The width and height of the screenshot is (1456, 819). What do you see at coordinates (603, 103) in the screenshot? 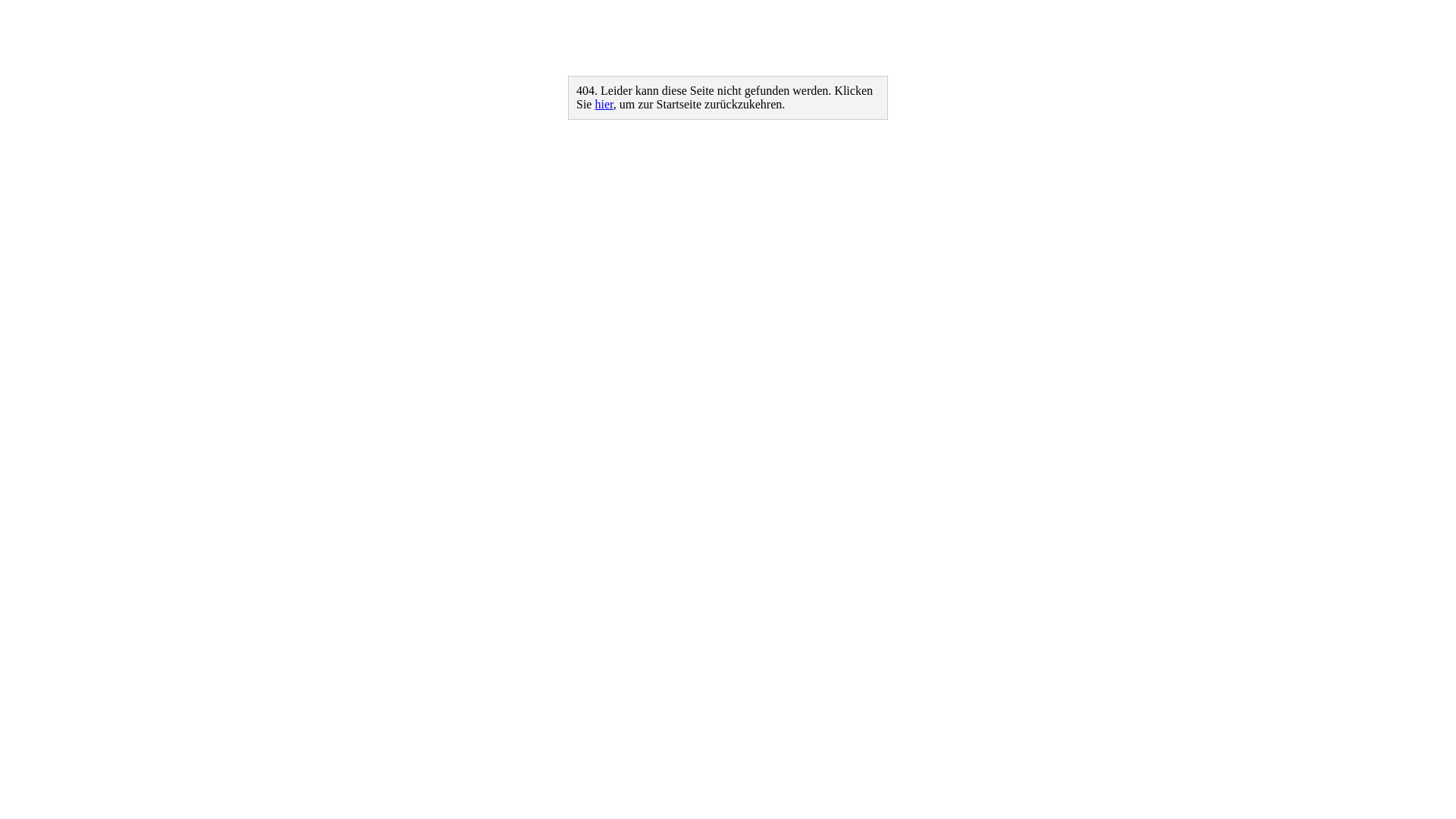
I see `'hier'` at bounding box center [603, 103].